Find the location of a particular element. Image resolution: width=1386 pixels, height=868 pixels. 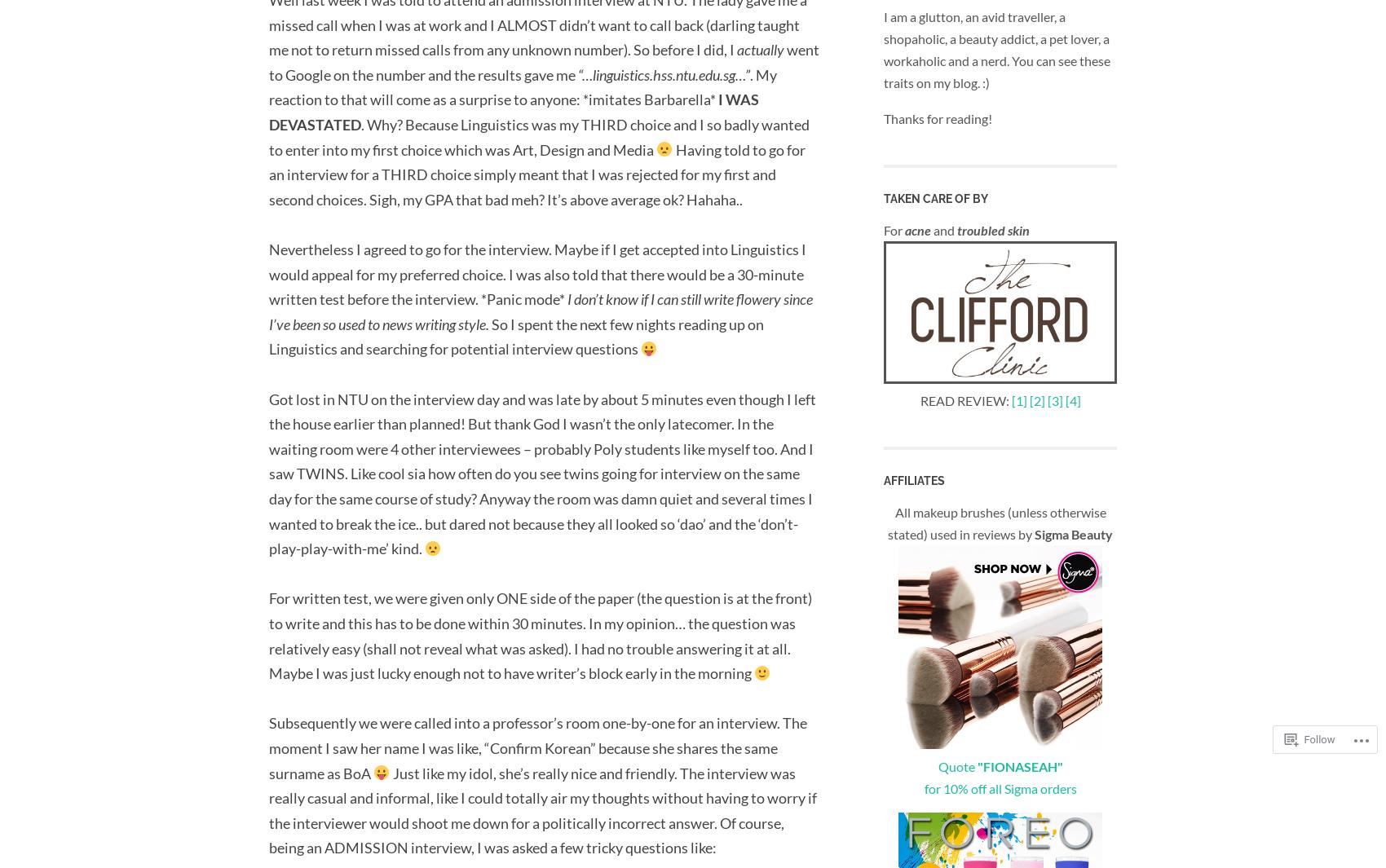

'For written test, we were given only ONE side of the paper (the question is at the front) to write and this has to be done within 30 minutes. In my opinion… the question was relatively easy (shall not reveal what was asked). I had no trouble answering it at all. Maybe I was just lucky enough not to have writer’s block early in the morning' is located at coordinates (541, 636).